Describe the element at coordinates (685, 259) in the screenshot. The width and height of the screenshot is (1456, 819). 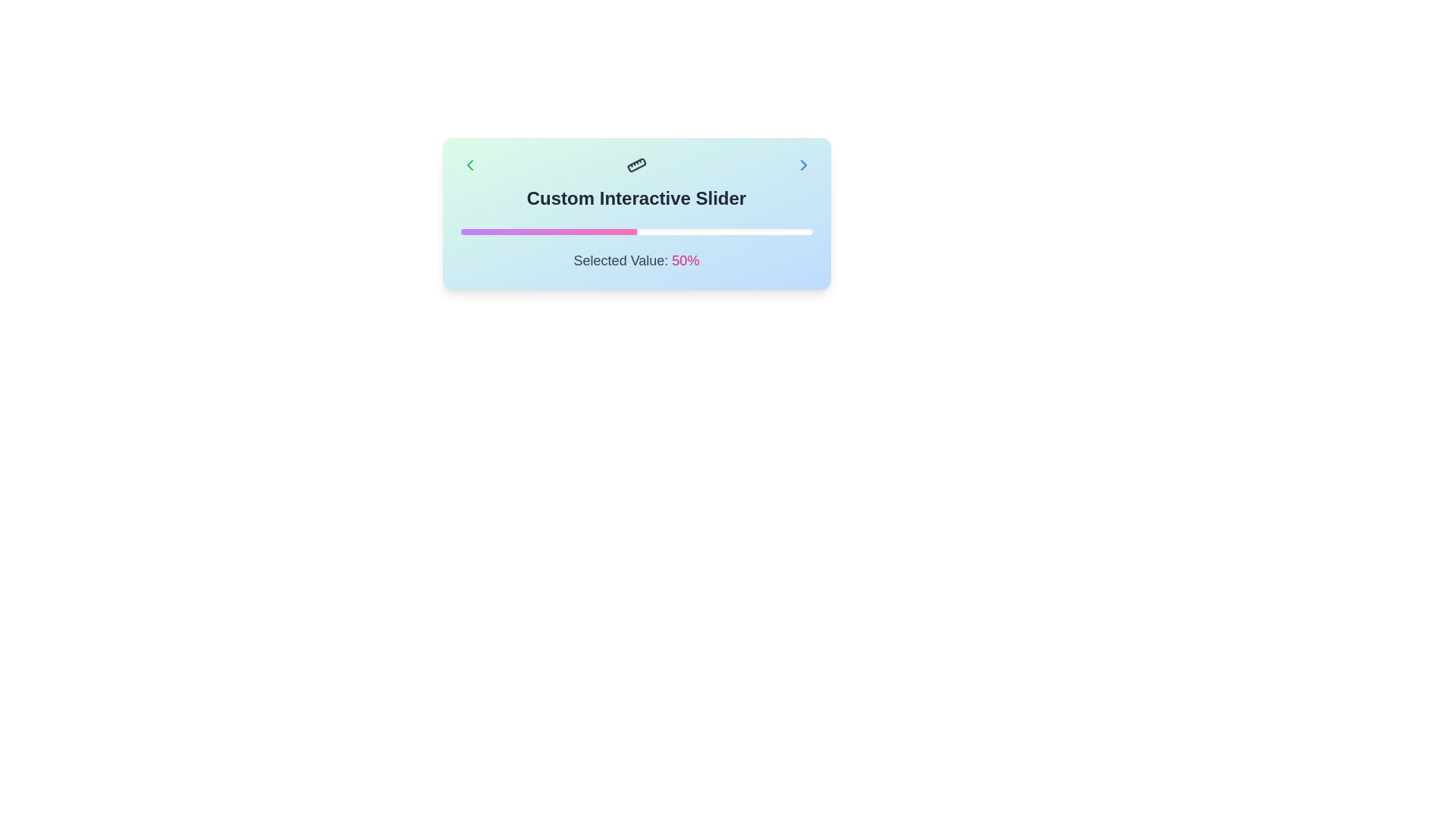
I see `the informative text displaying the currently selected percentage value, which reads 'Selected Value: 50%'` at that location.